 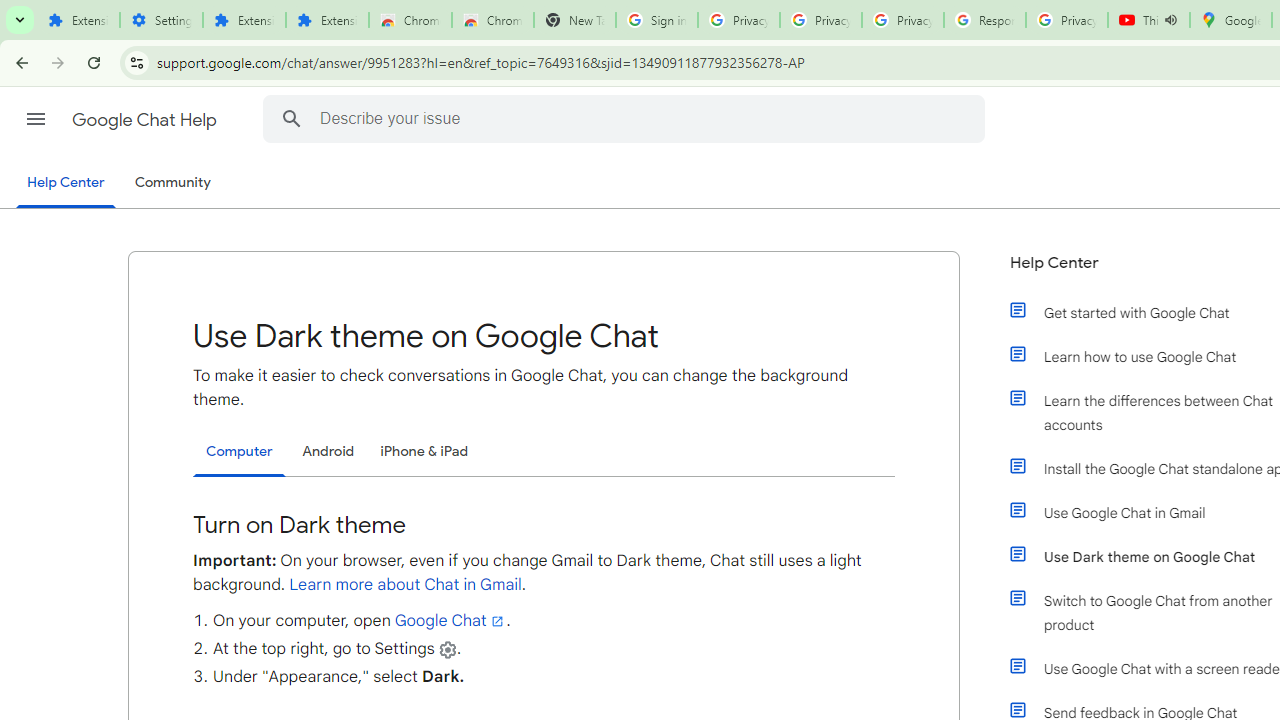 I want to click on 'Help Center', so click(x=65, y=183).